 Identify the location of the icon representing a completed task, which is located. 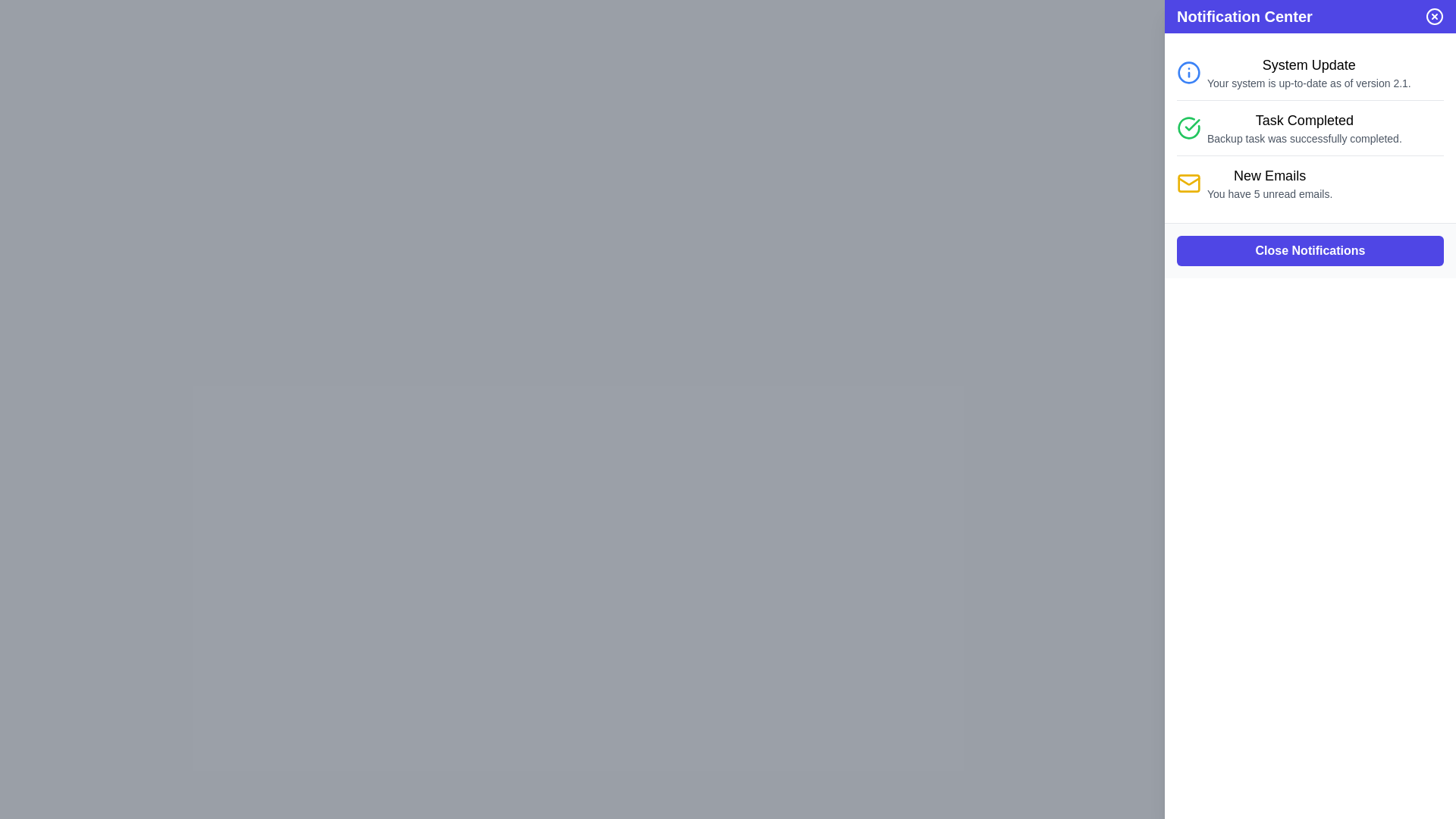
(1188, 127).